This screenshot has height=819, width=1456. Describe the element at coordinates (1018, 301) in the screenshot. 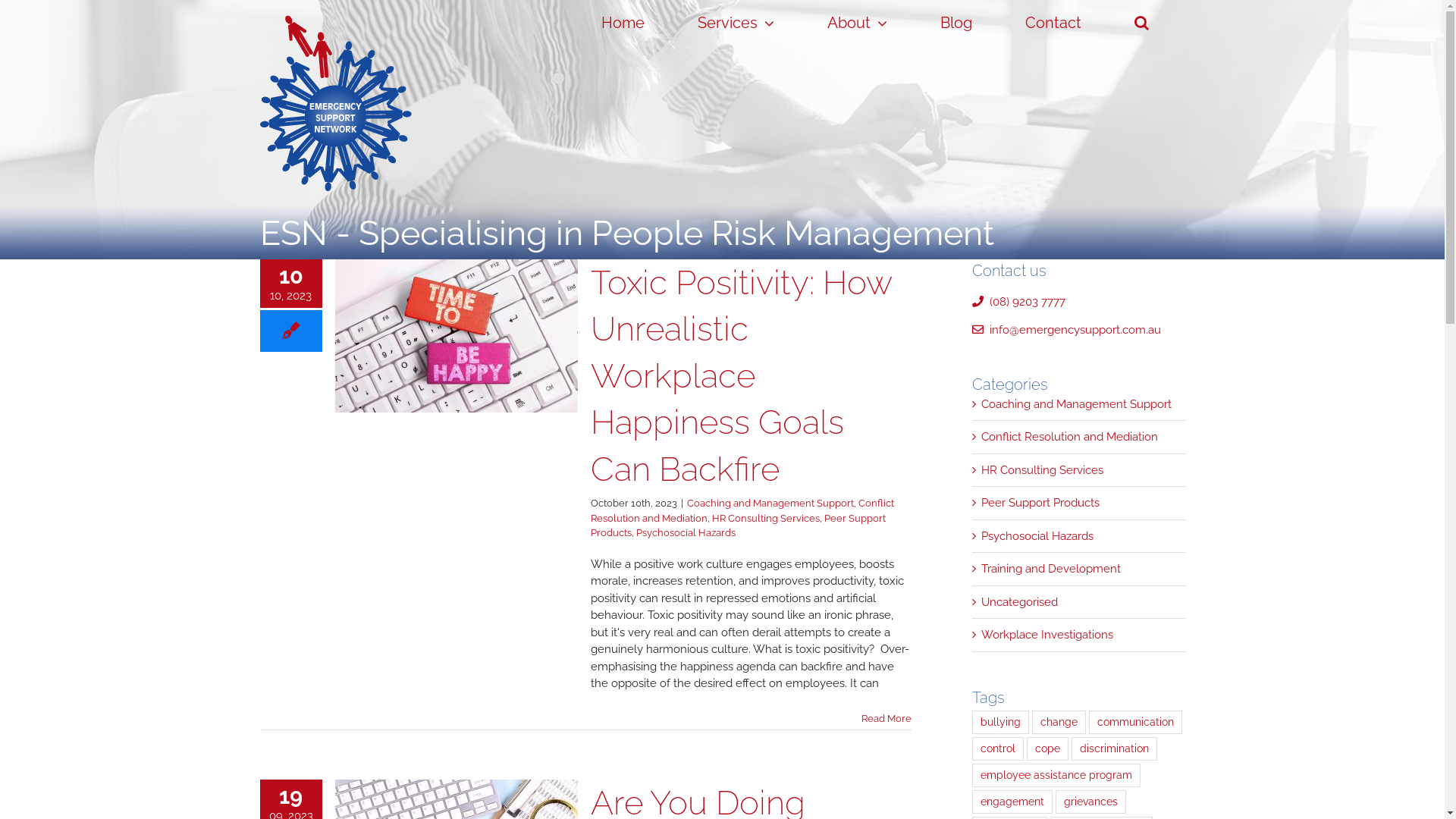

I see `'  (08) 9203 7777'` at that location.